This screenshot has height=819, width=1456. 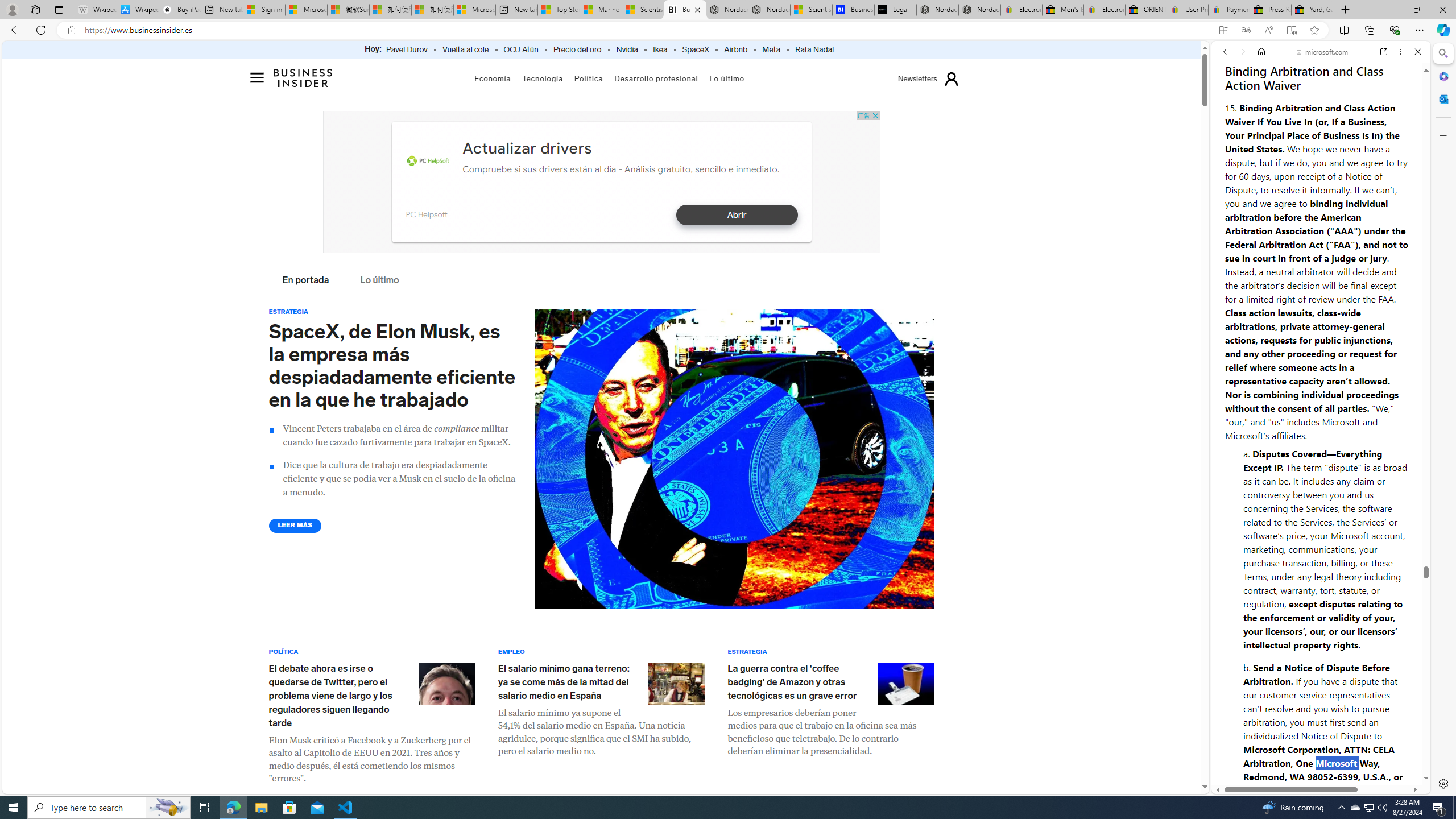 I want to click on 'Logo BusinessInsider.es', so click(x=303, y=80).